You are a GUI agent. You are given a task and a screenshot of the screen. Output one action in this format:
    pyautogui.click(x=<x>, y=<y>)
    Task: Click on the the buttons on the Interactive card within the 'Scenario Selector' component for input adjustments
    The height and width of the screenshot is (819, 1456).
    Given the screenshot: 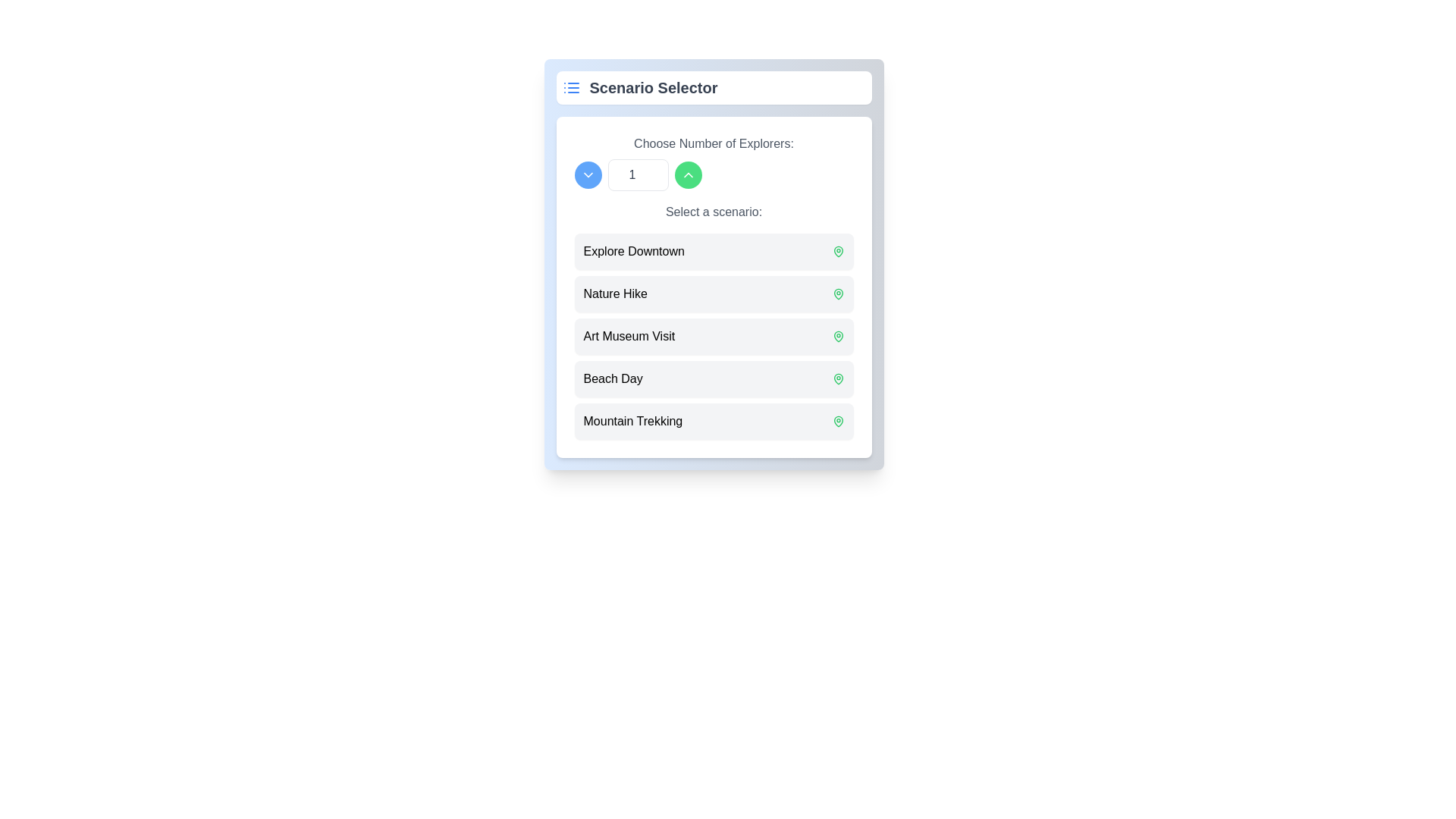 What is the action you would take?
    pyautogui.click(x=713, y=287)
    